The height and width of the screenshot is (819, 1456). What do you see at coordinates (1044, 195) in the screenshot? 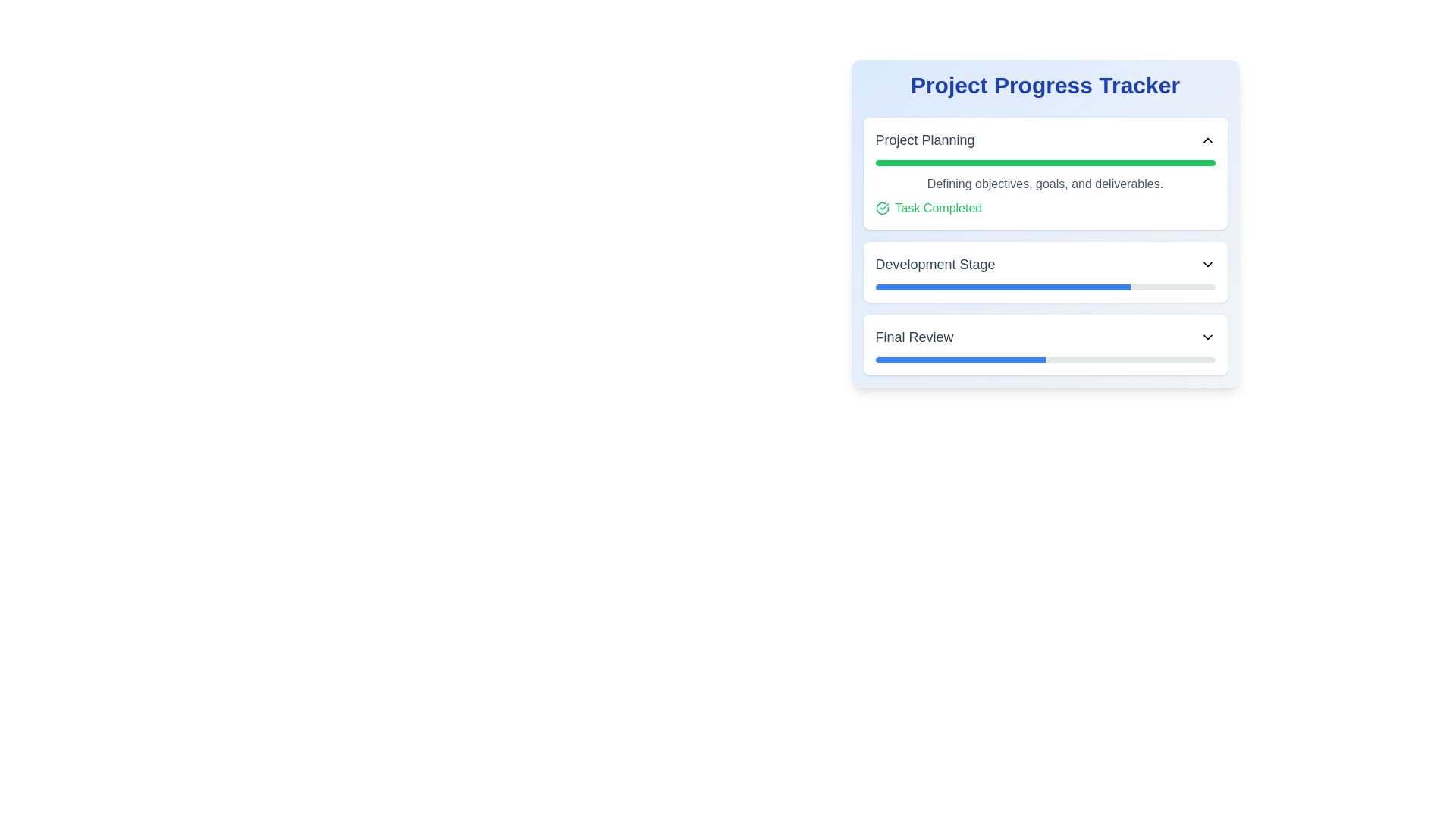
I see `the text block with an icon in the 'Project Planning' section of the 'Project Progress Tracker' card, which summarizes completed tasks` at bounding box center [1044, 195].